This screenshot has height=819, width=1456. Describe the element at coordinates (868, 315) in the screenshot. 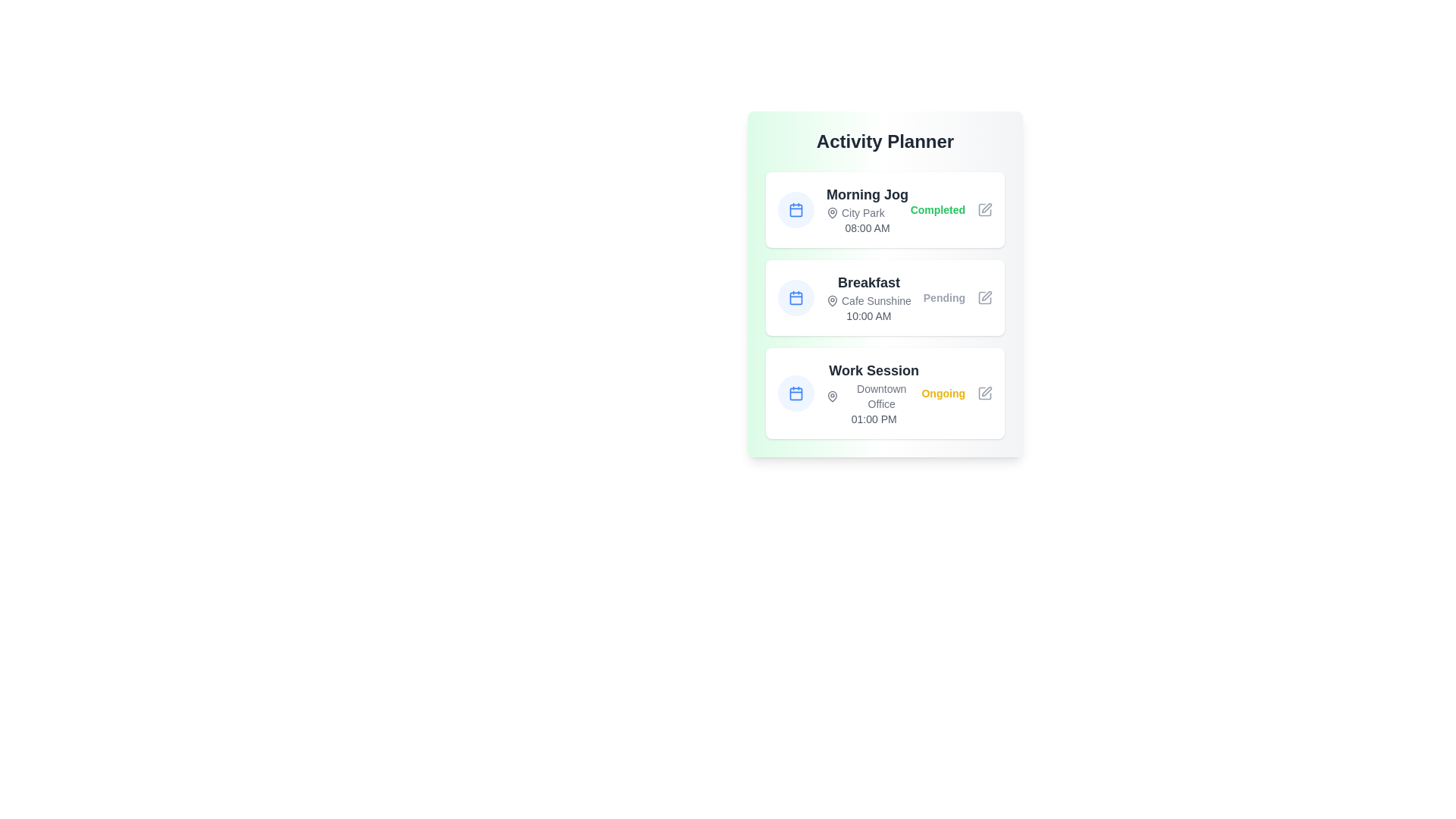

I see `the text element displaying '10:00 AM' in gray color, located at the bottom-right of the 'Breakfast' section under 'Cafe Sunshine'` at that location.